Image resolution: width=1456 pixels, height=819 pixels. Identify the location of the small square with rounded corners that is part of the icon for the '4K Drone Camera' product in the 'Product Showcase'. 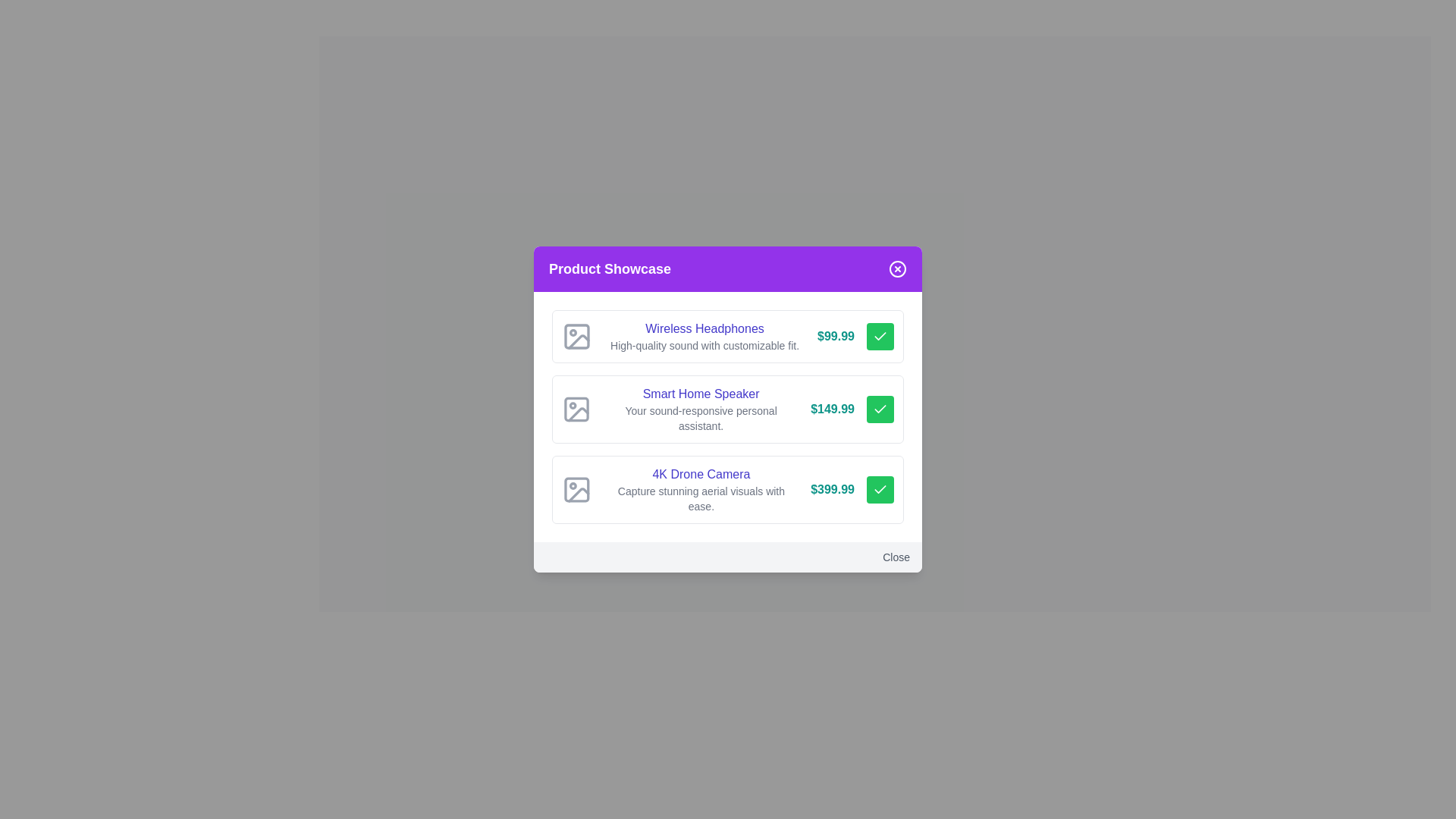
(576, 489).